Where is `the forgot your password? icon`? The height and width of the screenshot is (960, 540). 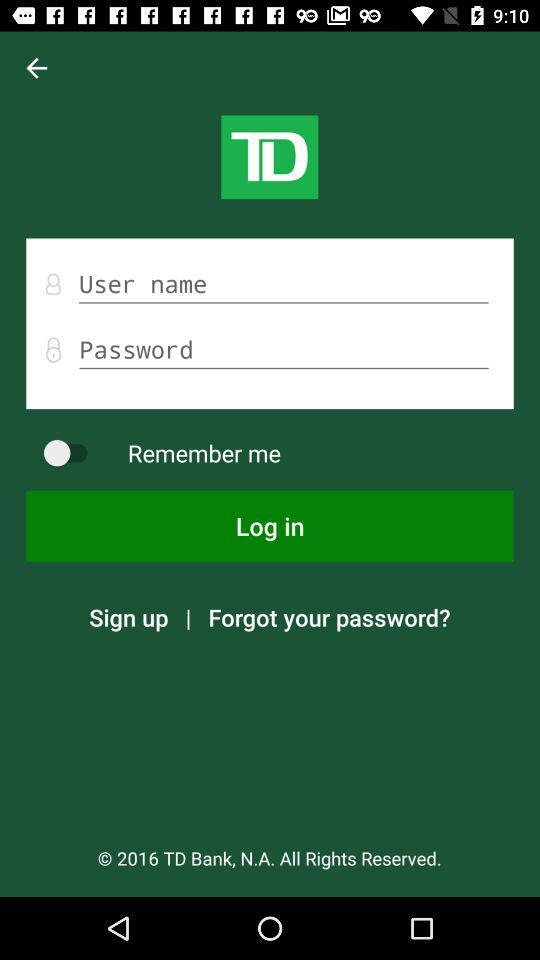
the forgot your password? icon is located at coordinates (329, 616).